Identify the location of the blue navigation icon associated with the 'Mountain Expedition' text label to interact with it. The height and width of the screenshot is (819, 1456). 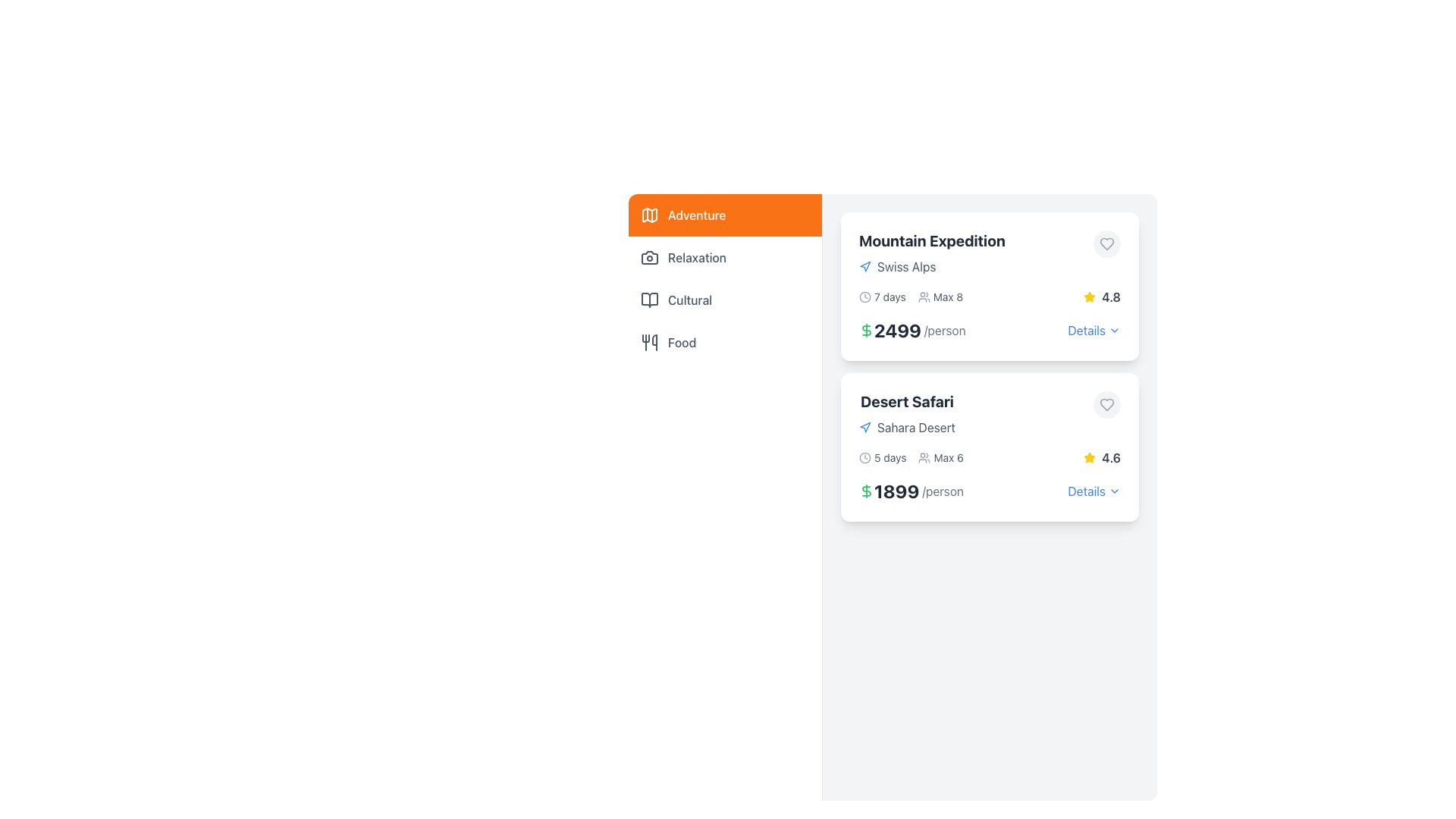
(931, 265).